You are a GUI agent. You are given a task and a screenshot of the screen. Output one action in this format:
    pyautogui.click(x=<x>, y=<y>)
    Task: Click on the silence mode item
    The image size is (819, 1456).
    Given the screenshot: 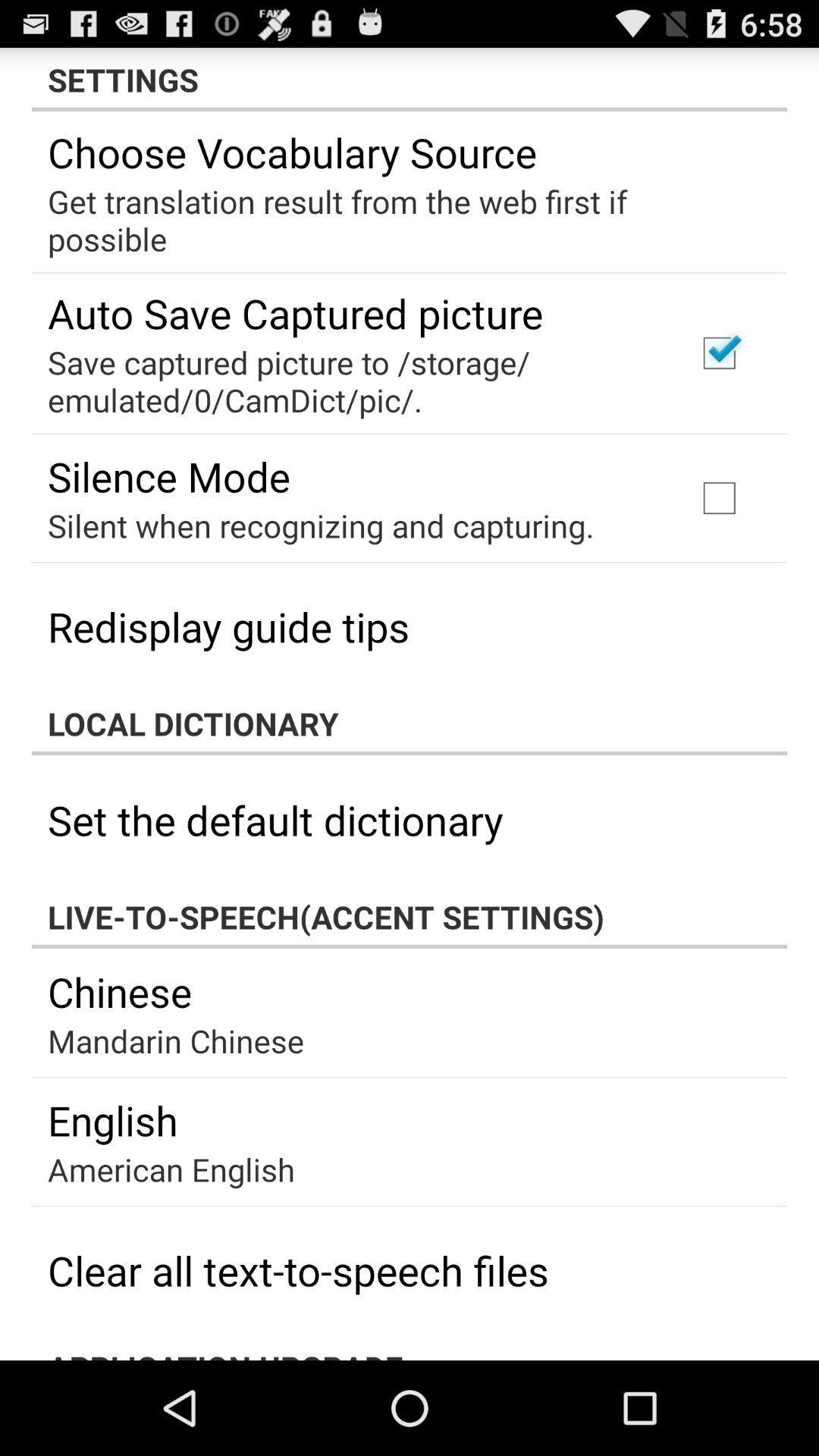 What is the action you would take?
    pyautogui.click(x=169, y=475)
    